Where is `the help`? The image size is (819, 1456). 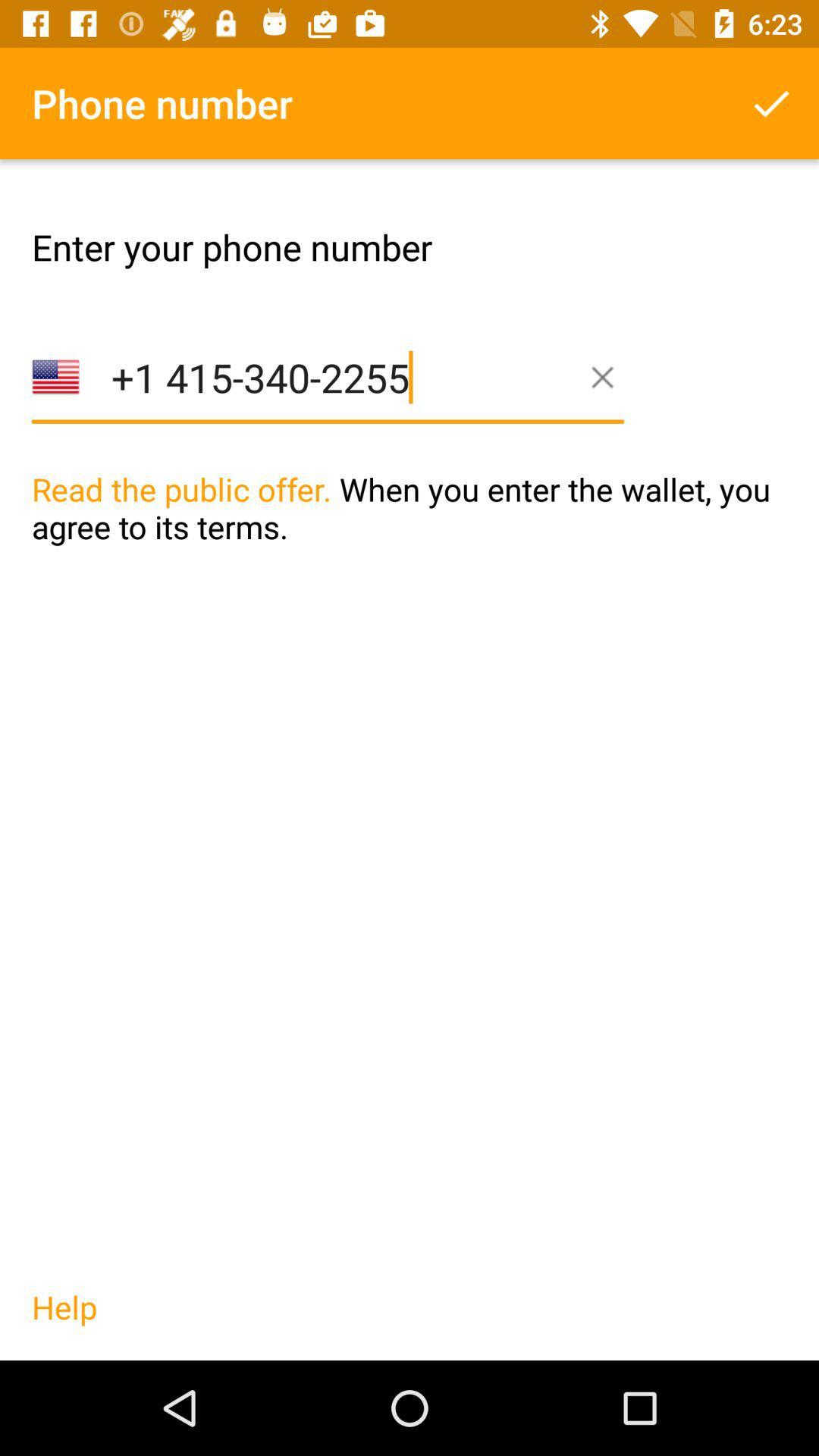 the help is located at coordinates (64, 1322).